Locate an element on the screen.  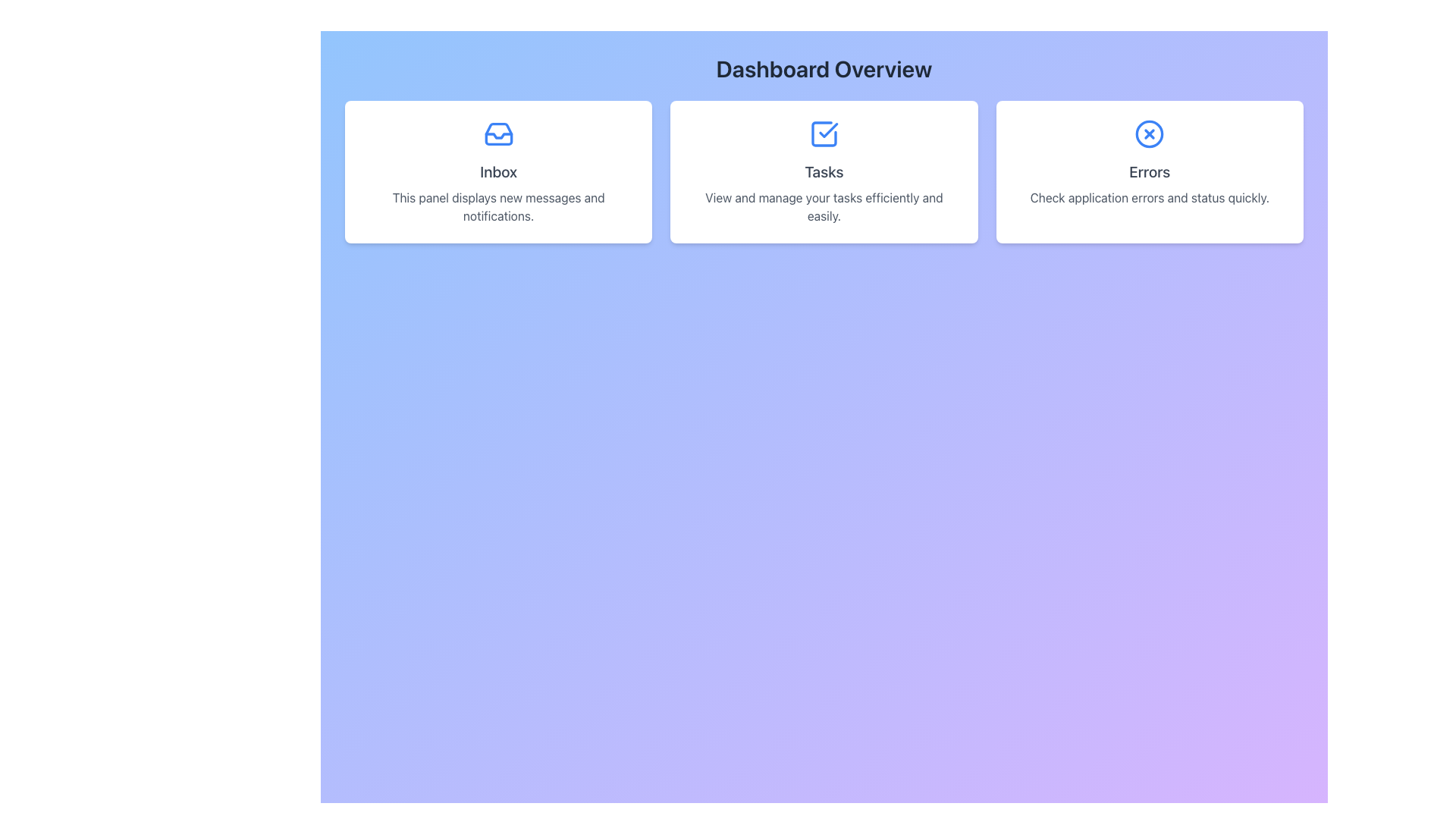
the blue inbox icon located at the top center of the 'Inbox' card is located at coordinates (498, 133).